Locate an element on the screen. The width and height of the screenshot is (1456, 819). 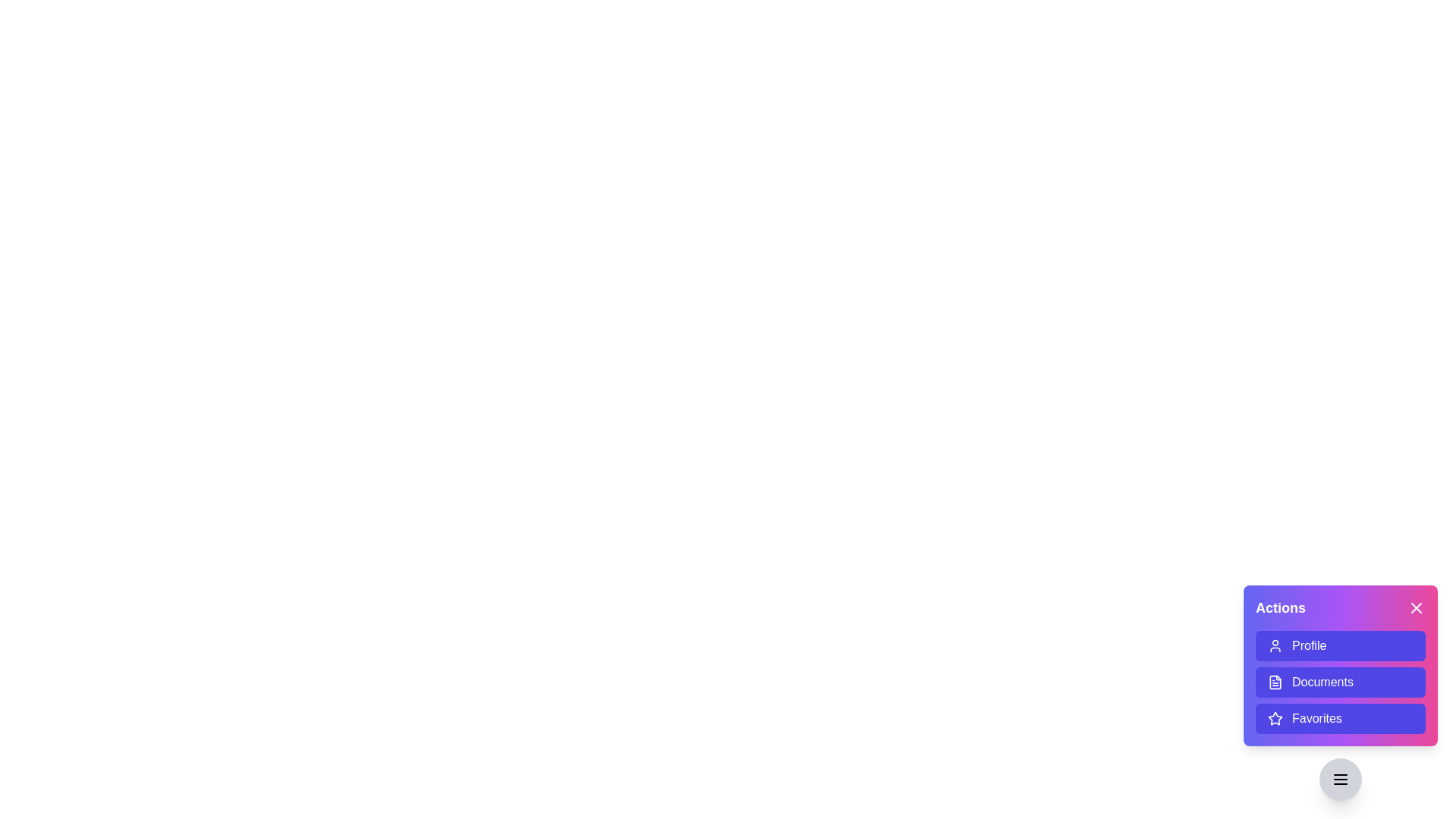
the 'Documents' button within the floating 'Actions' panel located in the bottom-right section of the layout is located at coordinates (1340, 665).